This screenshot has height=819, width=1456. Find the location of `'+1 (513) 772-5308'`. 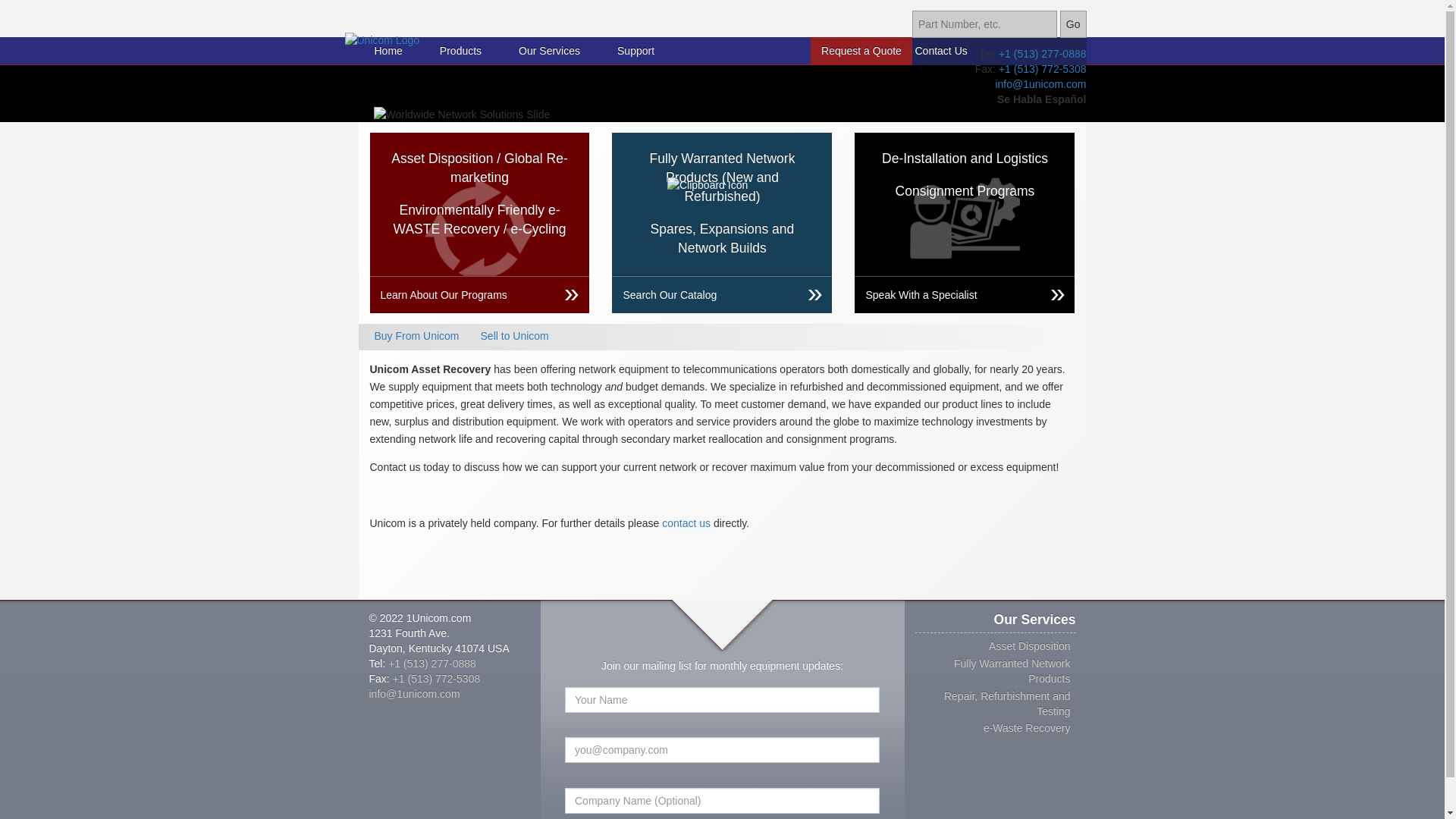

'+1 (513) 772-5308' is located at coordinates (436, 677).